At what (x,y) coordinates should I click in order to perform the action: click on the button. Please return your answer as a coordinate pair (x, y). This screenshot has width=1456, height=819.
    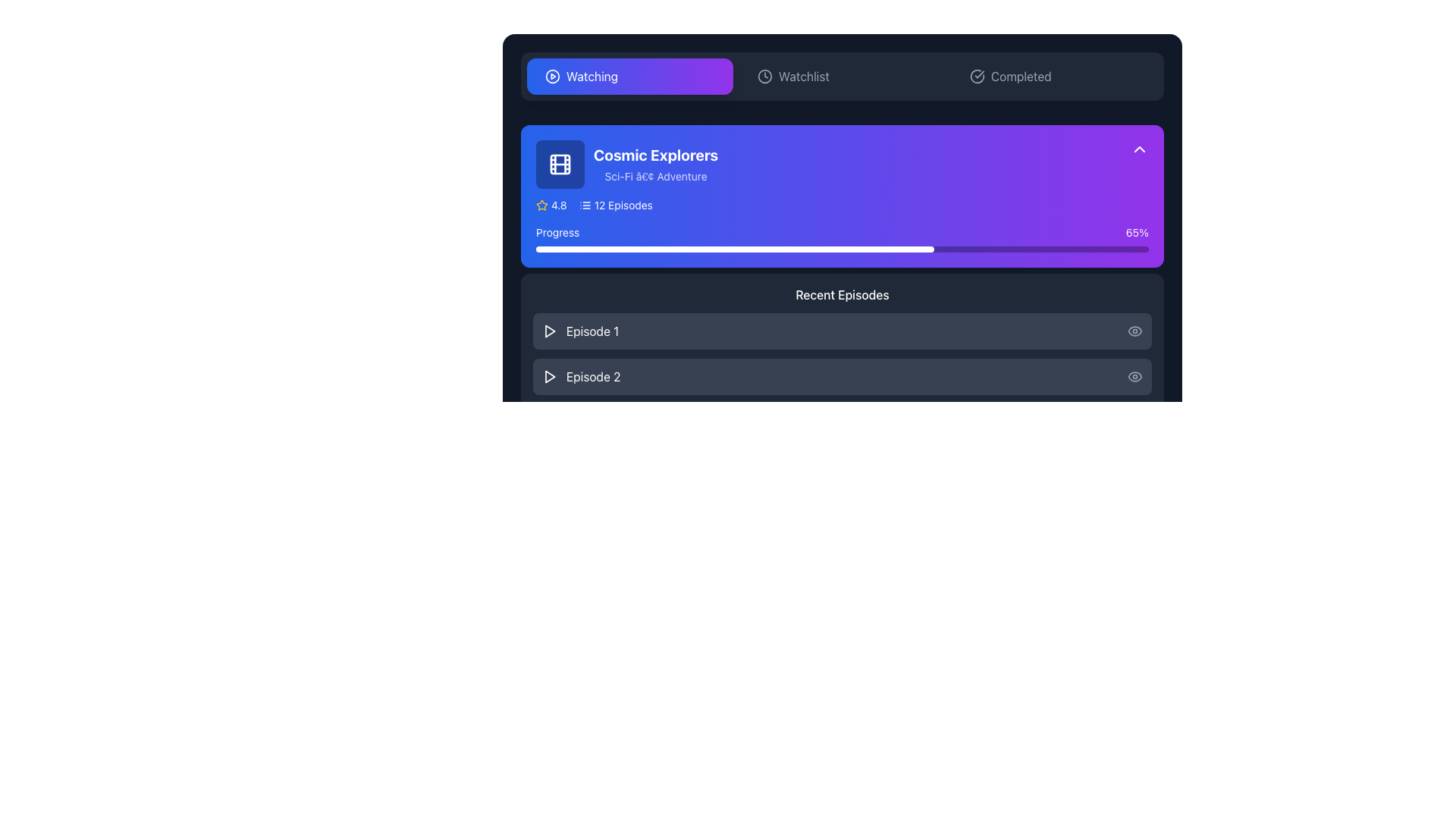
    Looking at the image, I should click on (841, 376).